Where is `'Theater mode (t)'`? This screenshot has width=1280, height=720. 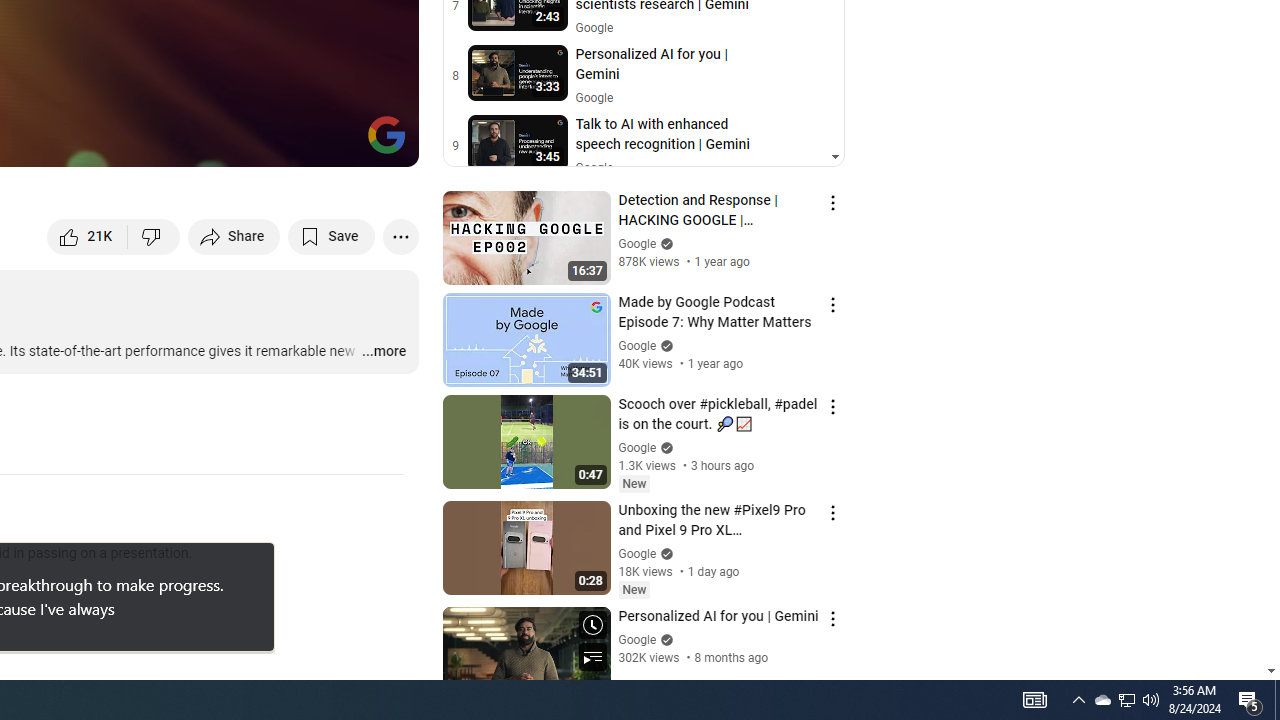 'Theater mode (t)' is located at coordinates (334, 141).